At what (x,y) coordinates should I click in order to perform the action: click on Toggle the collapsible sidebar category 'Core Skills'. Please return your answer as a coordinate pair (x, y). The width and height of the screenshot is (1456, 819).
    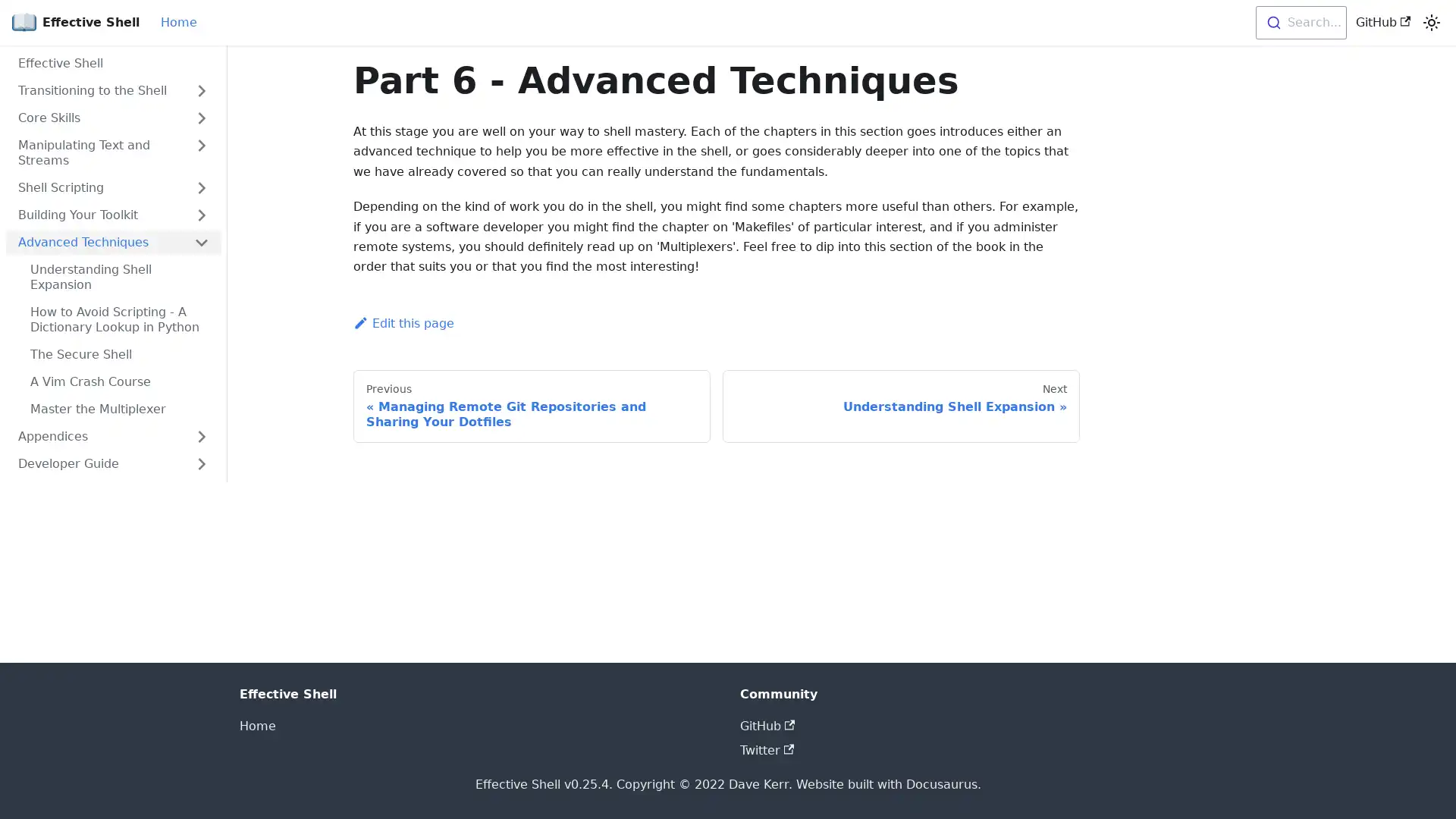
    Looking at the image, I should click on (200, 117).